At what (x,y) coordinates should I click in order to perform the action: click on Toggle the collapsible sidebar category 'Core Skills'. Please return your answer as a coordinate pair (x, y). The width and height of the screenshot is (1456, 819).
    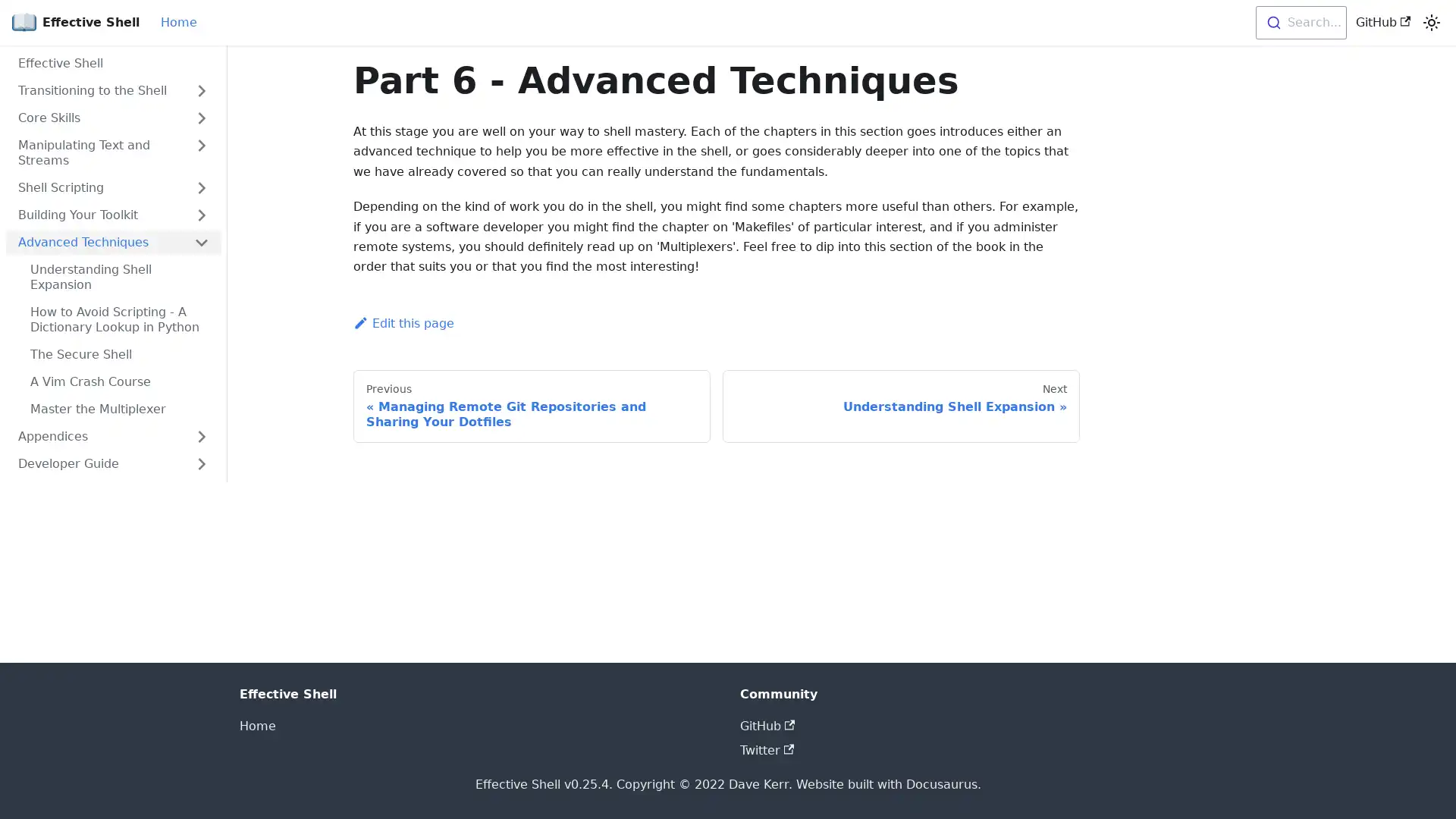
    Looking at the image, I should click on (200, 117).